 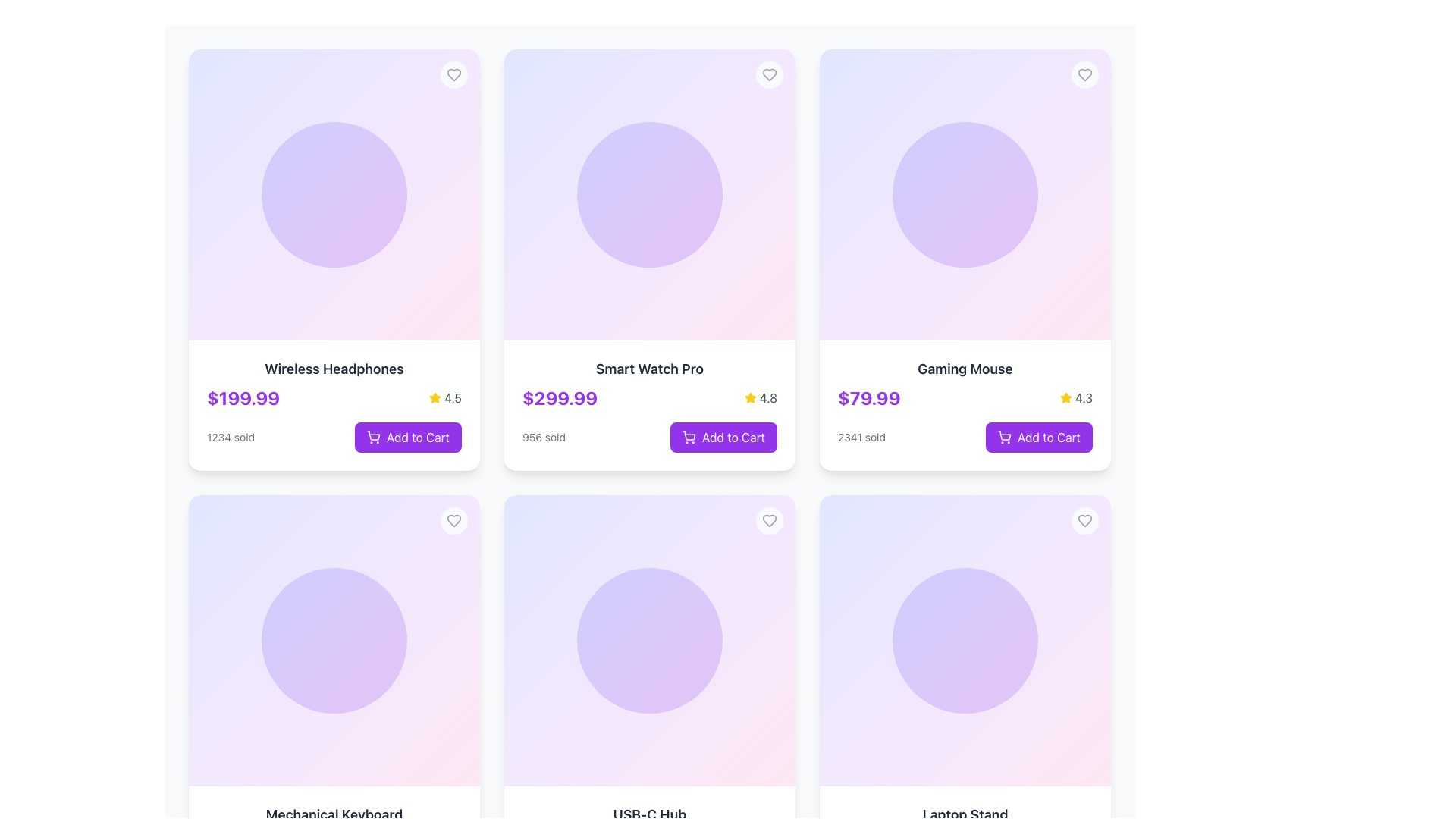 I want to click on text label that displays '956 sold', which is styled in a small gray font and located at the bottom left of the product card for the 'Smart Watch Pro', near the price and rating, so click(x=544, y=438).